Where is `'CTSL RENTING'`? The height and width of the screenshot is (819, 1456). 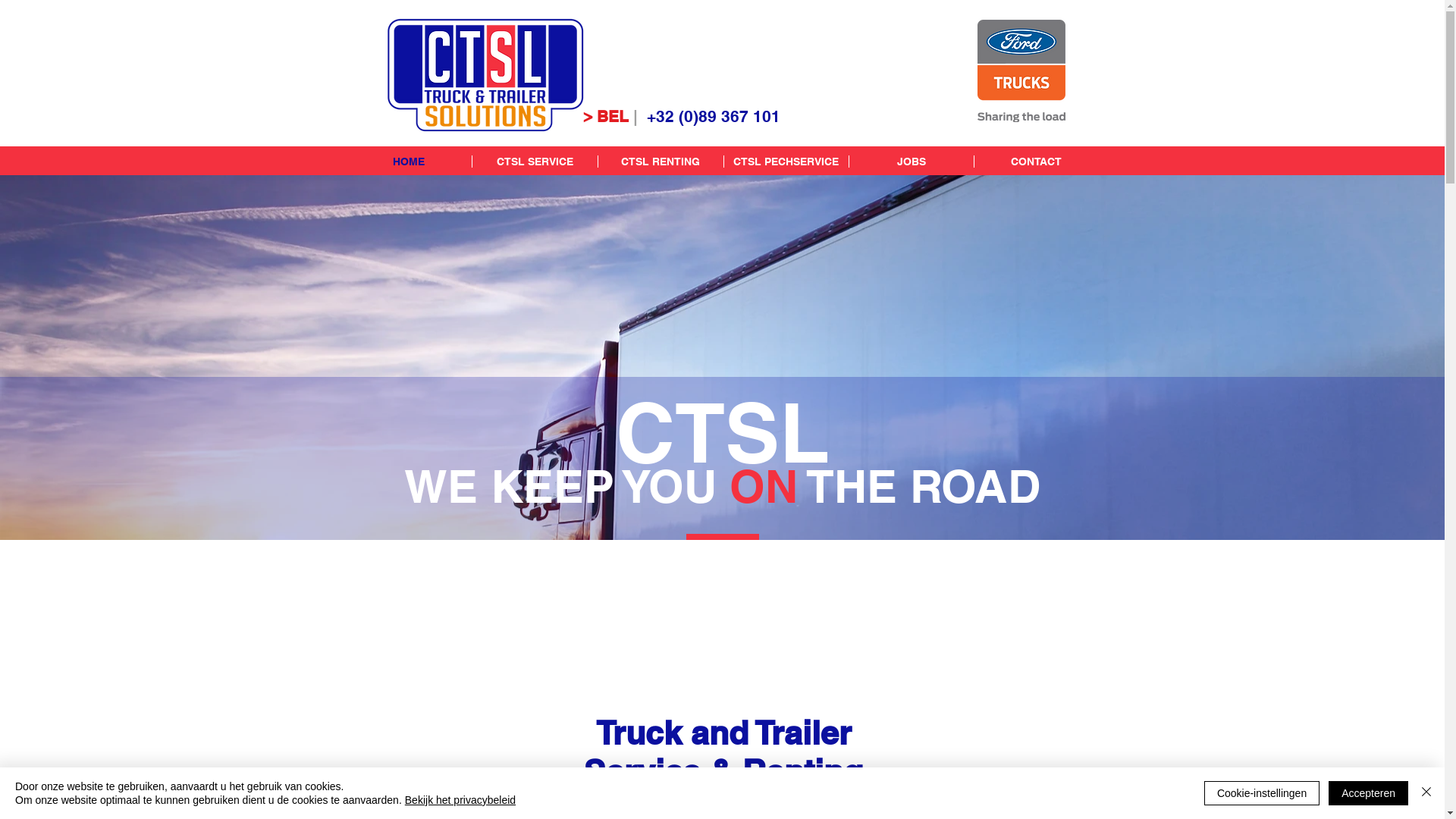 'CTSL RENTING' is located at coordinates (660, 161).